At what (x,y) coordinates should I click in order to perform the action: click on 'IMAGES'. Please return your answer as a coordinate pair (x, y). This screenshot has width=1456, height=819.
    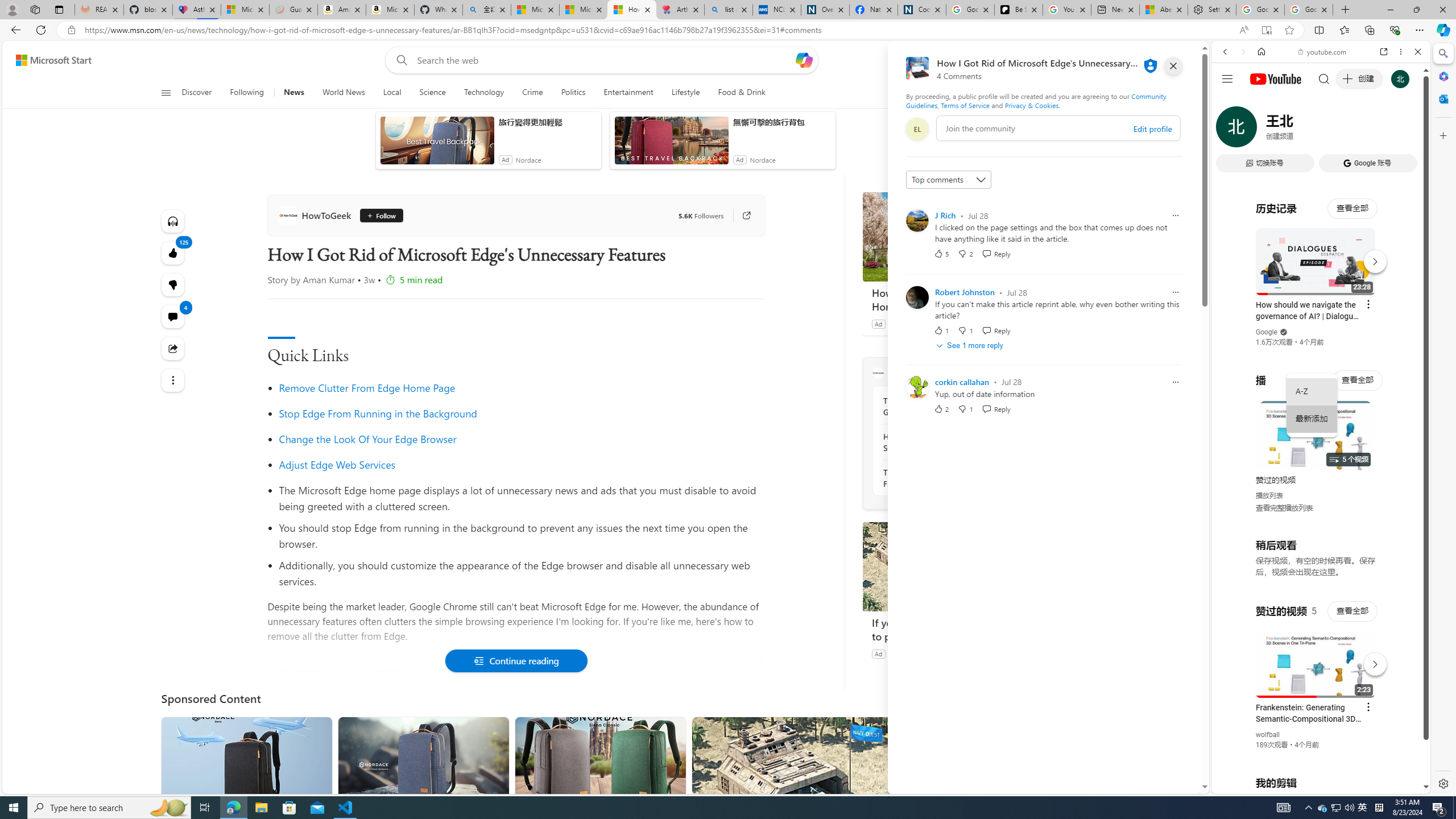
    Looking at the image, I should click on (1262, 130).